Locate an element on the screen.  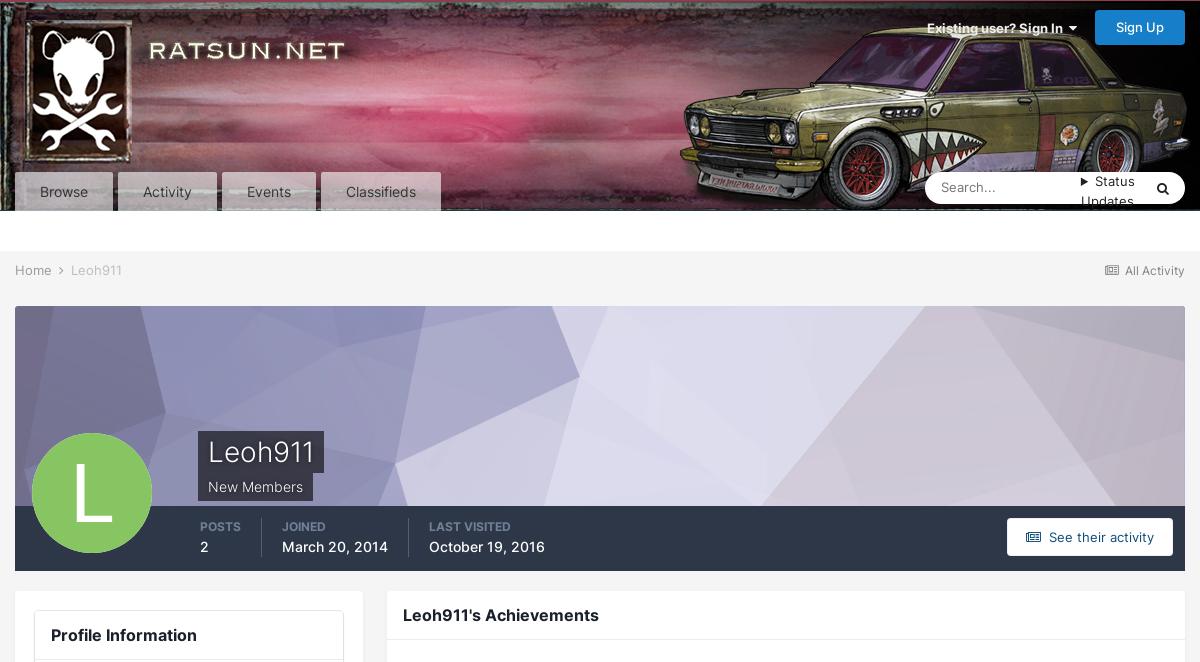
'Sign Up' is located at coordinates (1115, 27).